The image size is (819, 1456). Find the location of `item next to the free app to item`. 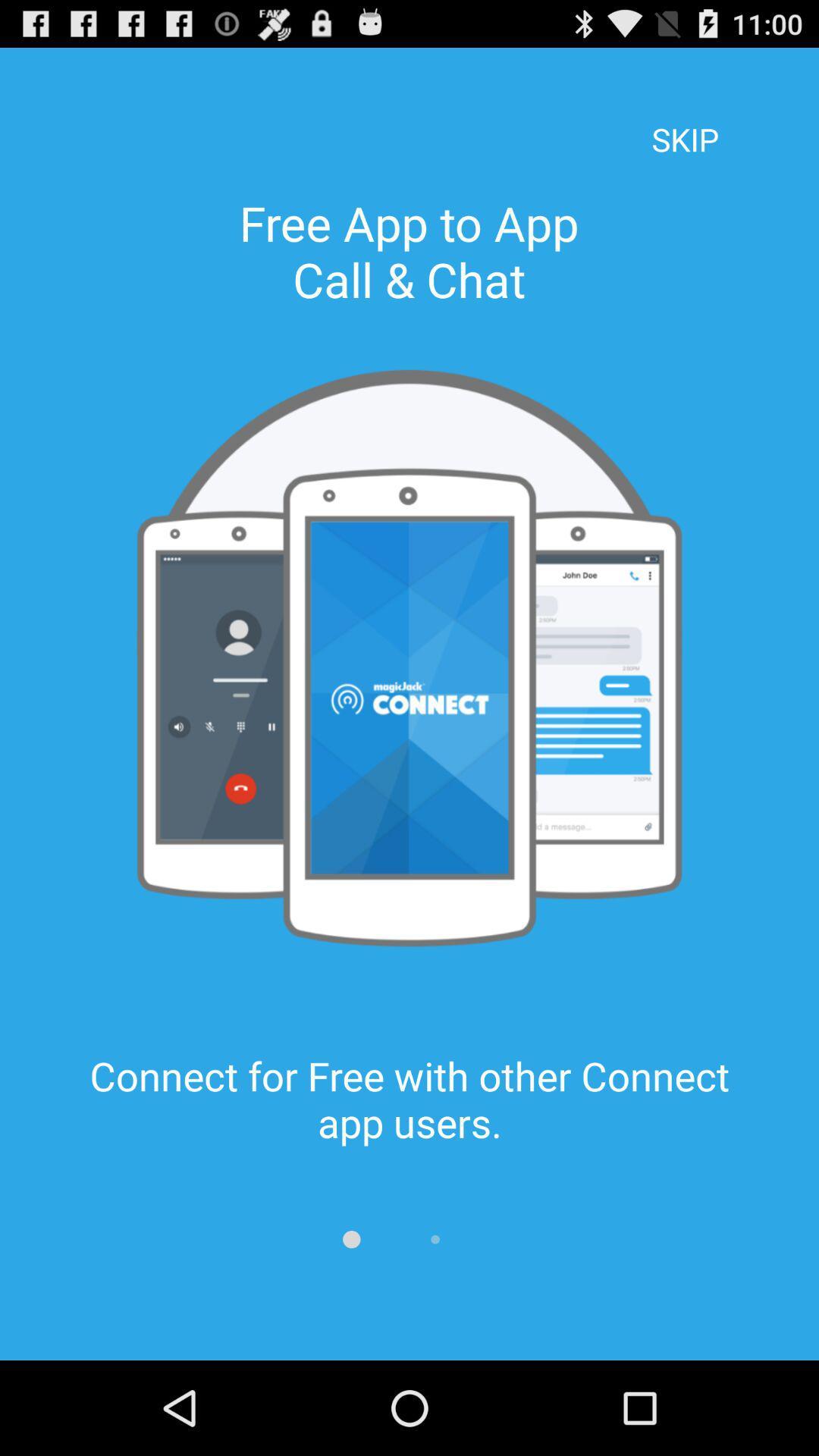

item next to the free app to item is located at coordinates (685, 118).